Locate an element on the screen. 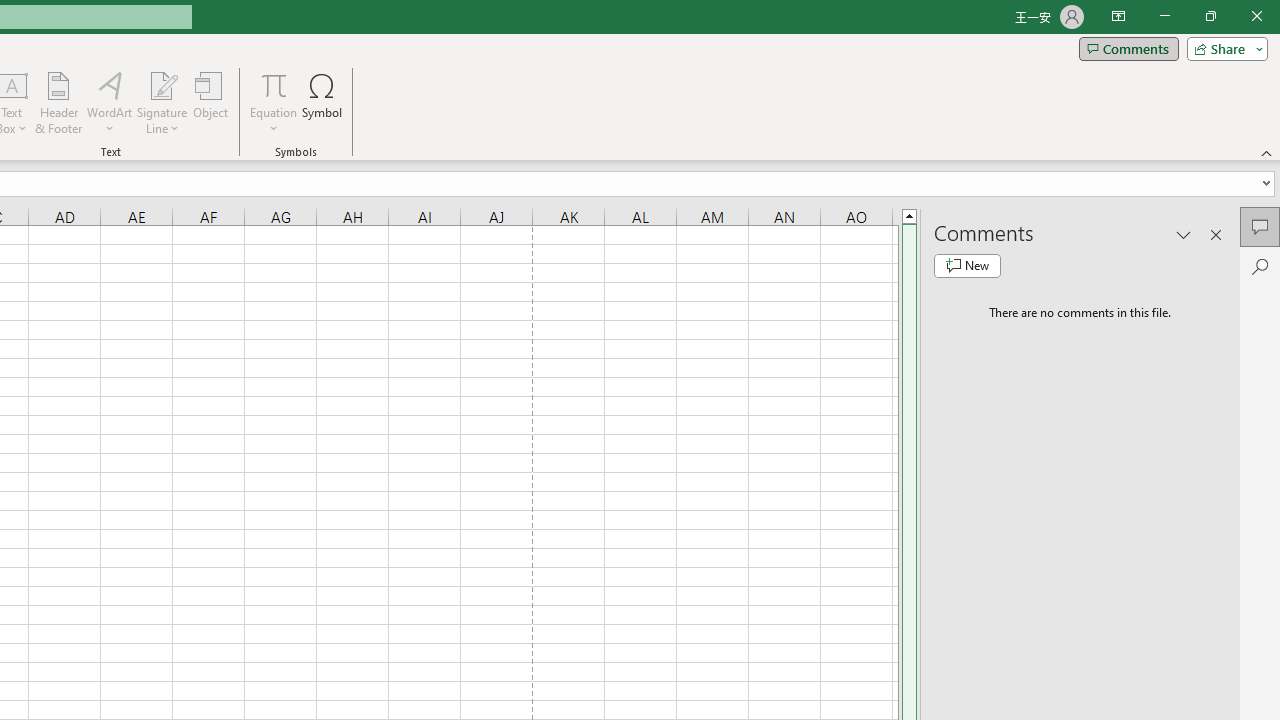 The width and height of the screenshot is (1280, 720). 'Ribbon Display Options' is located at coordinates (1117, 16).